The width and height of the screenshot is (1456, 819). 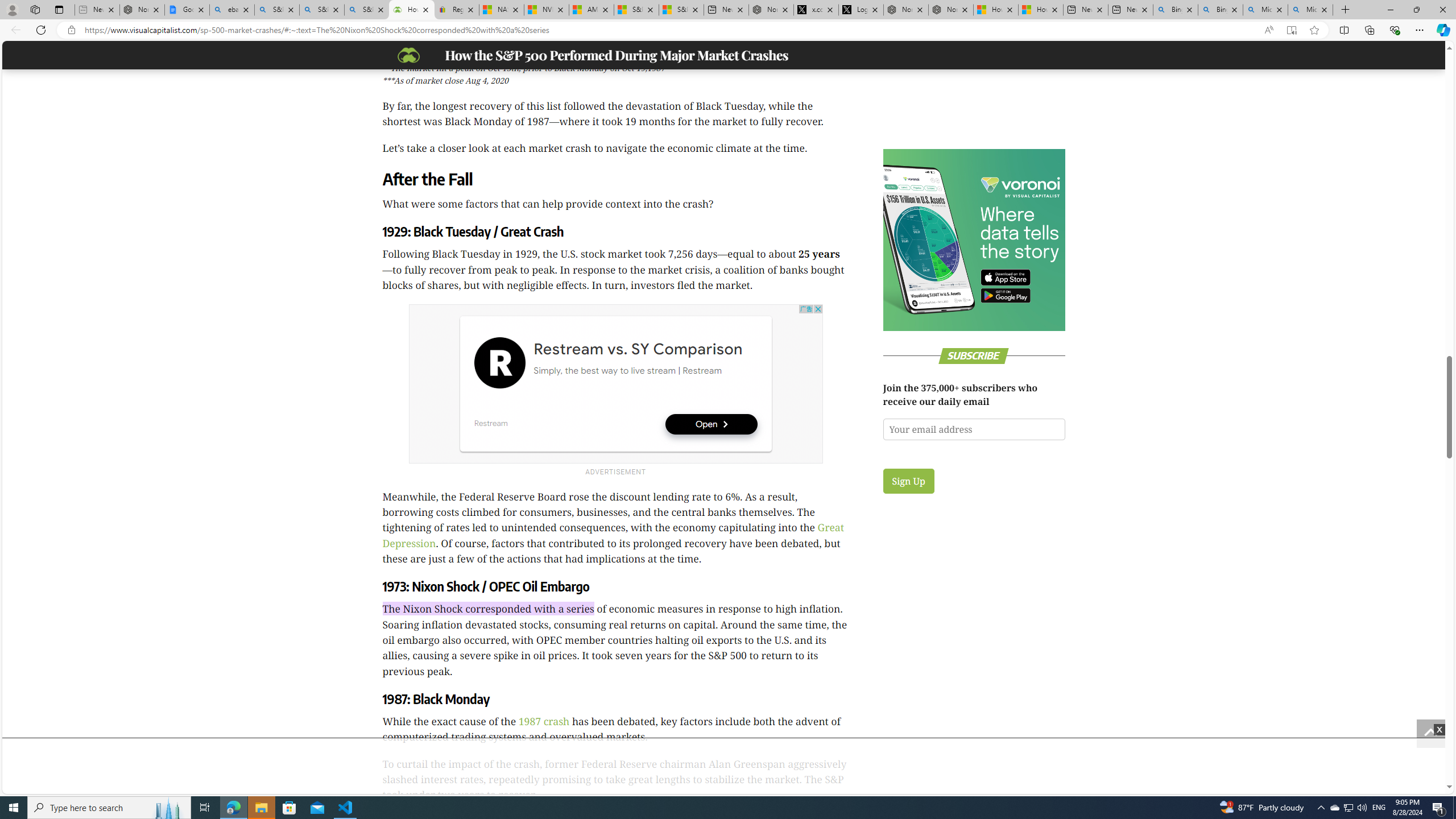 I want to click on '1987 crash', so click(x=543, y=721).